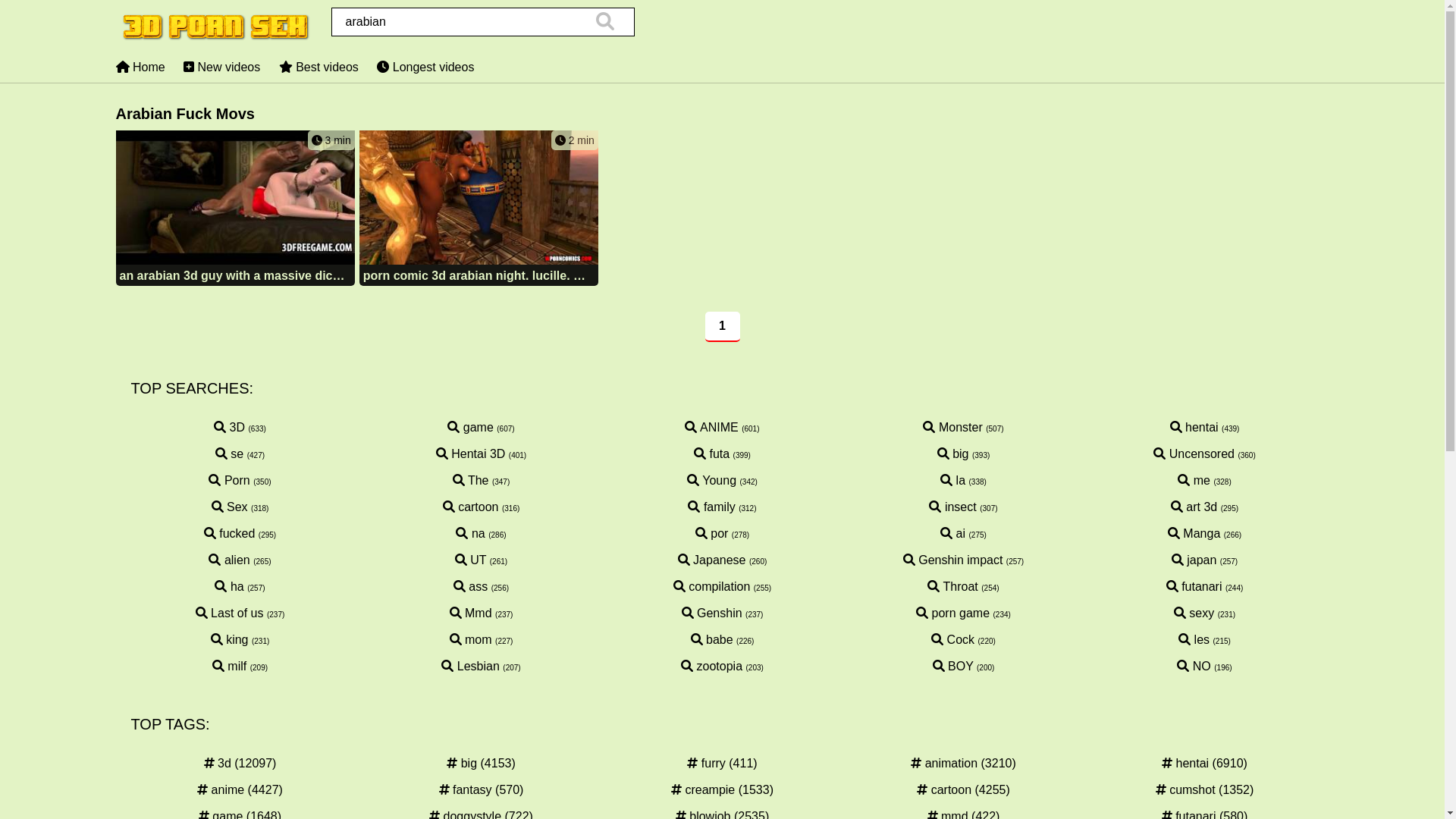 The height and width of the screenshot is (819, 1456). What do you see at coordinates (228, 507) in the screenshot?
I see `'Sex'` at bounding box center [228, 507].